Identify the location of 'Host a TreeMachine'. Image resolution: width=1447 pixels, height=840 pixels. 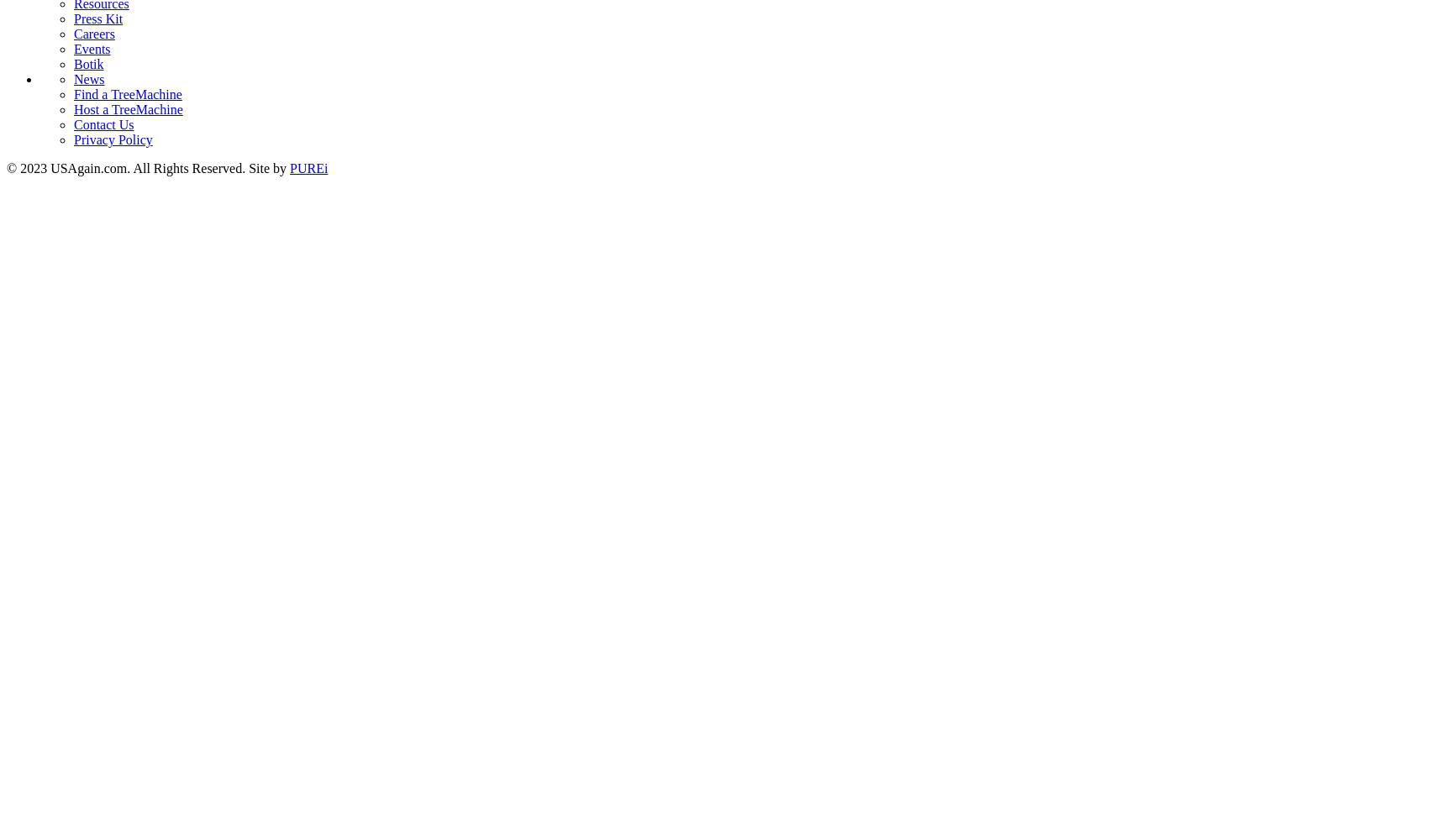
(128, 108).